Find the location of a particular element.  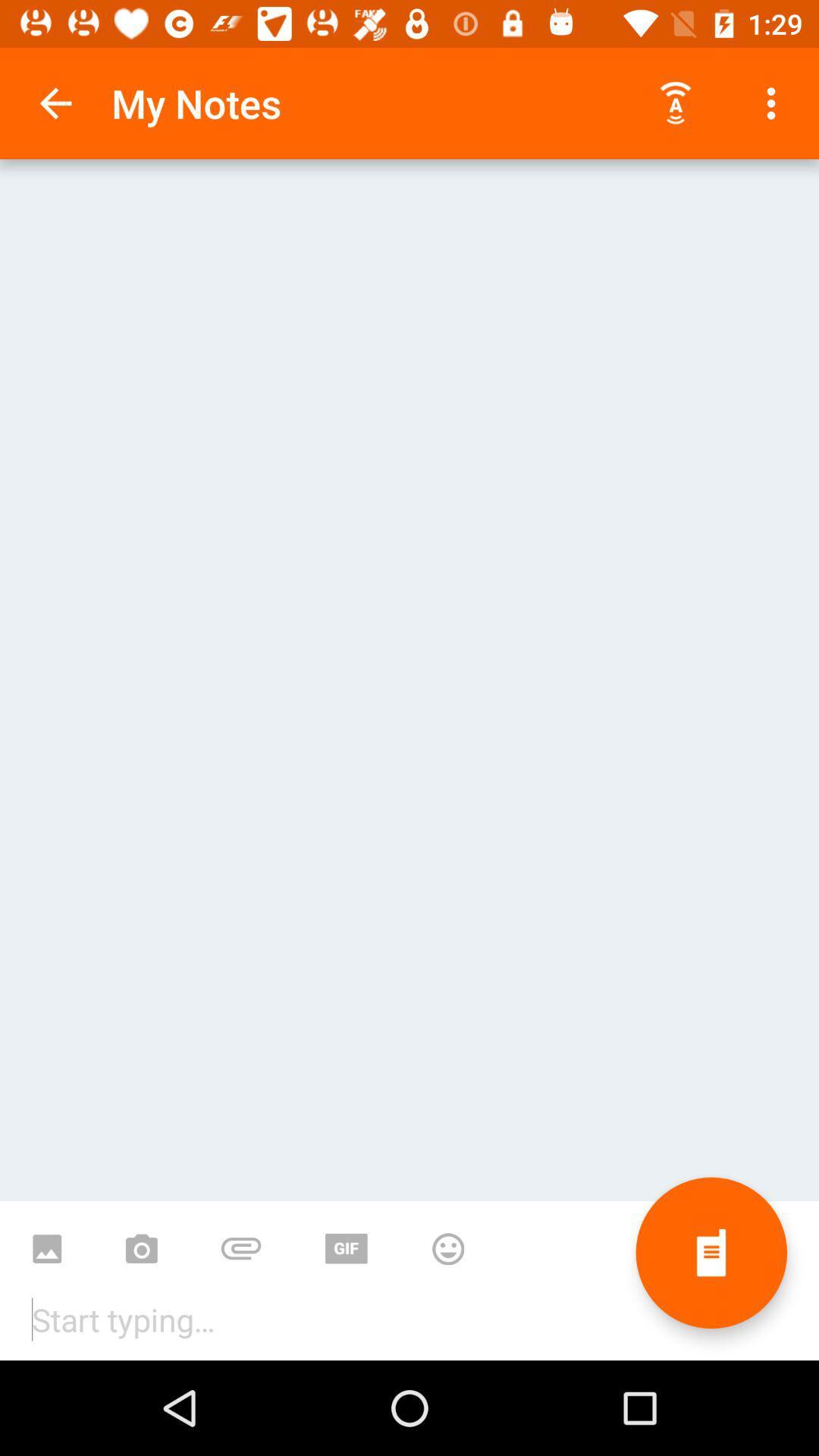

the delete icon is located at coordinates (711, 1253).